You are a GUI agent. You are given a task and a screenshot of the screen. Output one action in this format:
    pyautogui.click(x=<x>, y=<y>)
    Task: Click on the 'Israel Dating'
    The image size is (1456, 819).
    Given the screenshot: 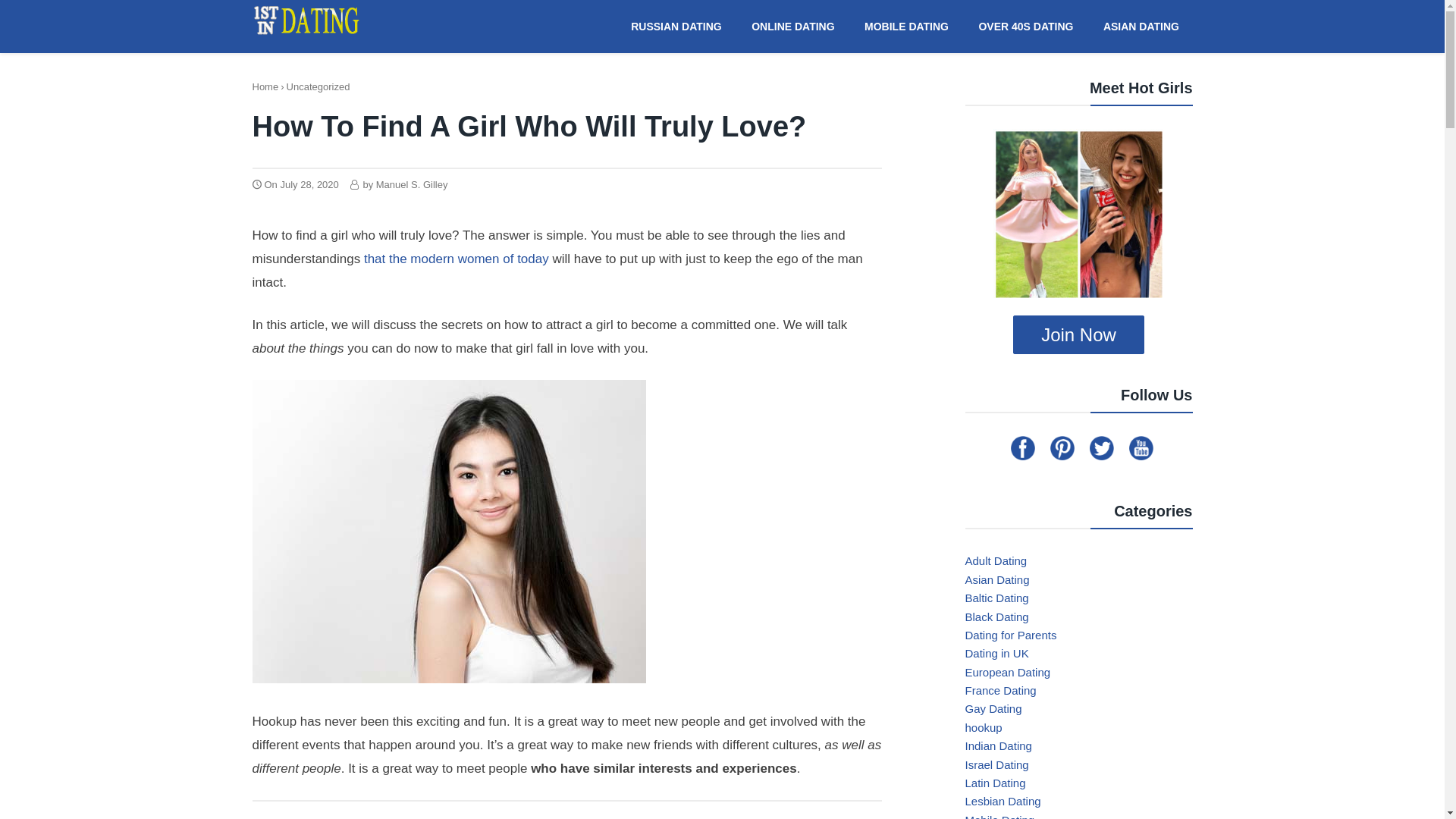 What is the action you would take?
    pyautogui.click(x=964, y=764)
    